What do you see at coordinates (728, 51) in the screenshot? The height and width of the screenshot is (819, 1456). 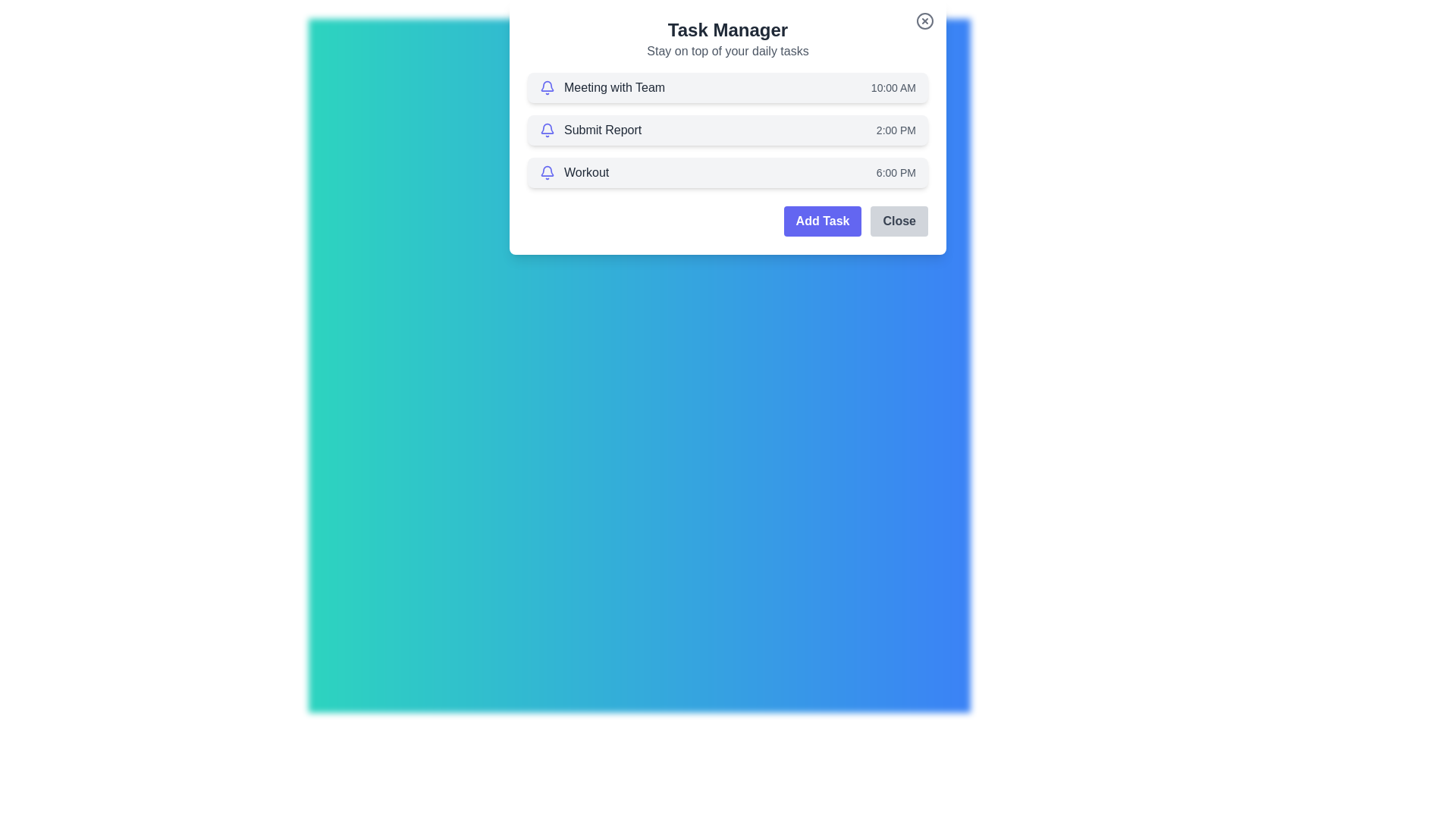 I see `the text element displaying 'Stay on top of your daily tasks' which is styled in medium gray font and positioned below the title 'Task Manager'` at bounding box center [728, 51].